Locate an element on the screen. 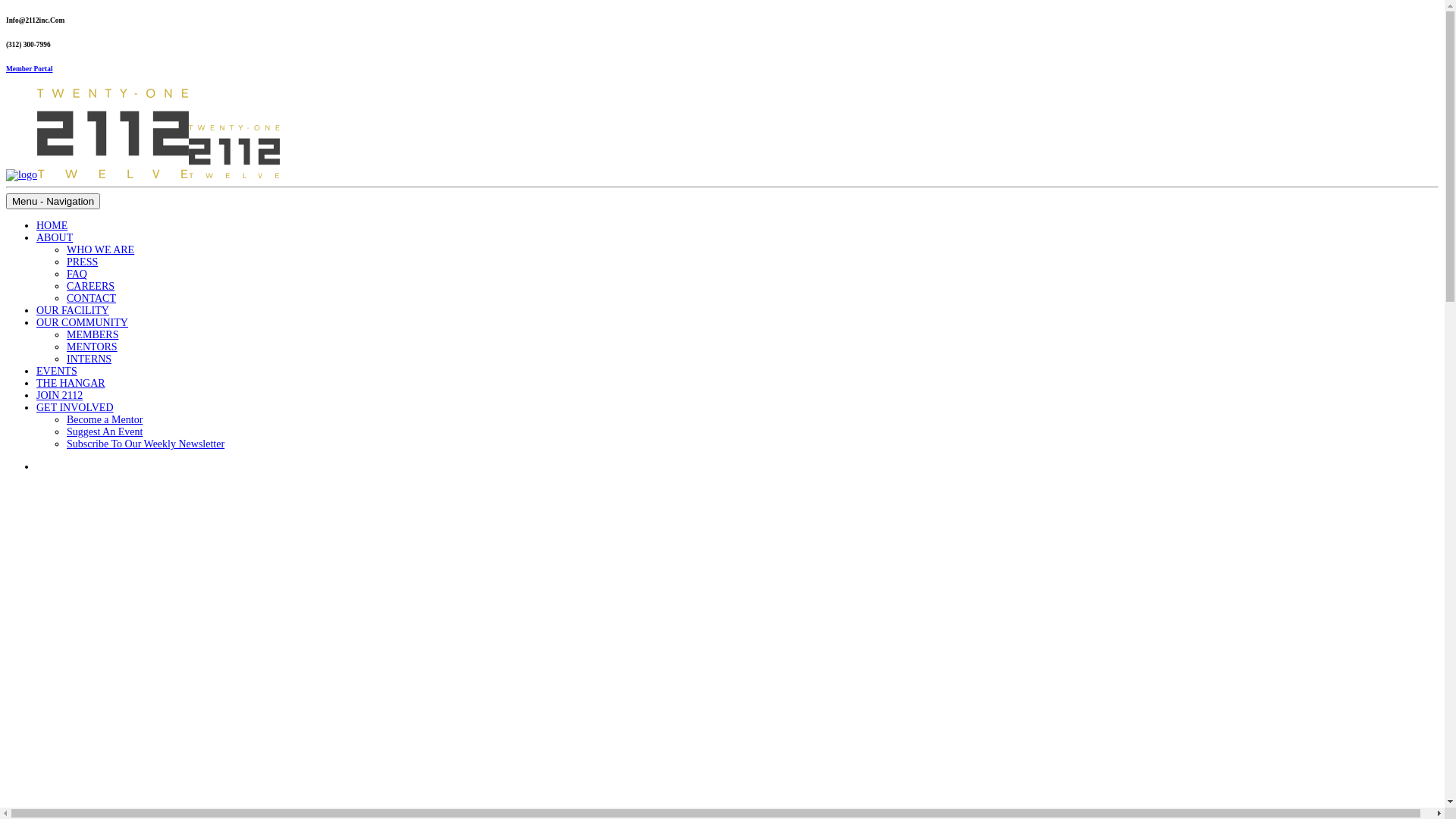 The height and width of the screenshot is (819, 1456). 'Subscribe To Our Weekly Newsletter' is located at coordinates (146, 444).